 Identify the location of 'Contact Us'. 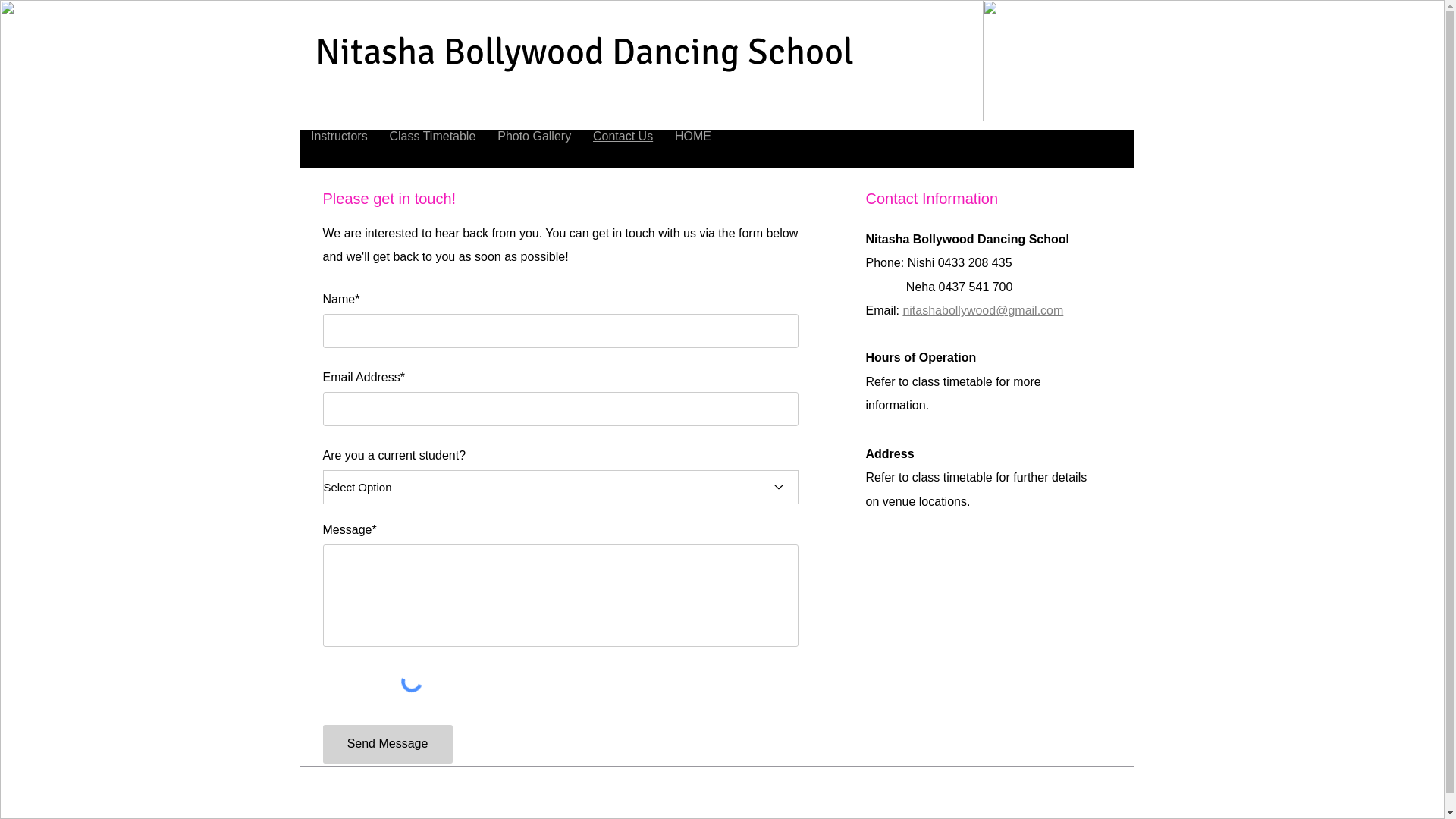
(623, 136).